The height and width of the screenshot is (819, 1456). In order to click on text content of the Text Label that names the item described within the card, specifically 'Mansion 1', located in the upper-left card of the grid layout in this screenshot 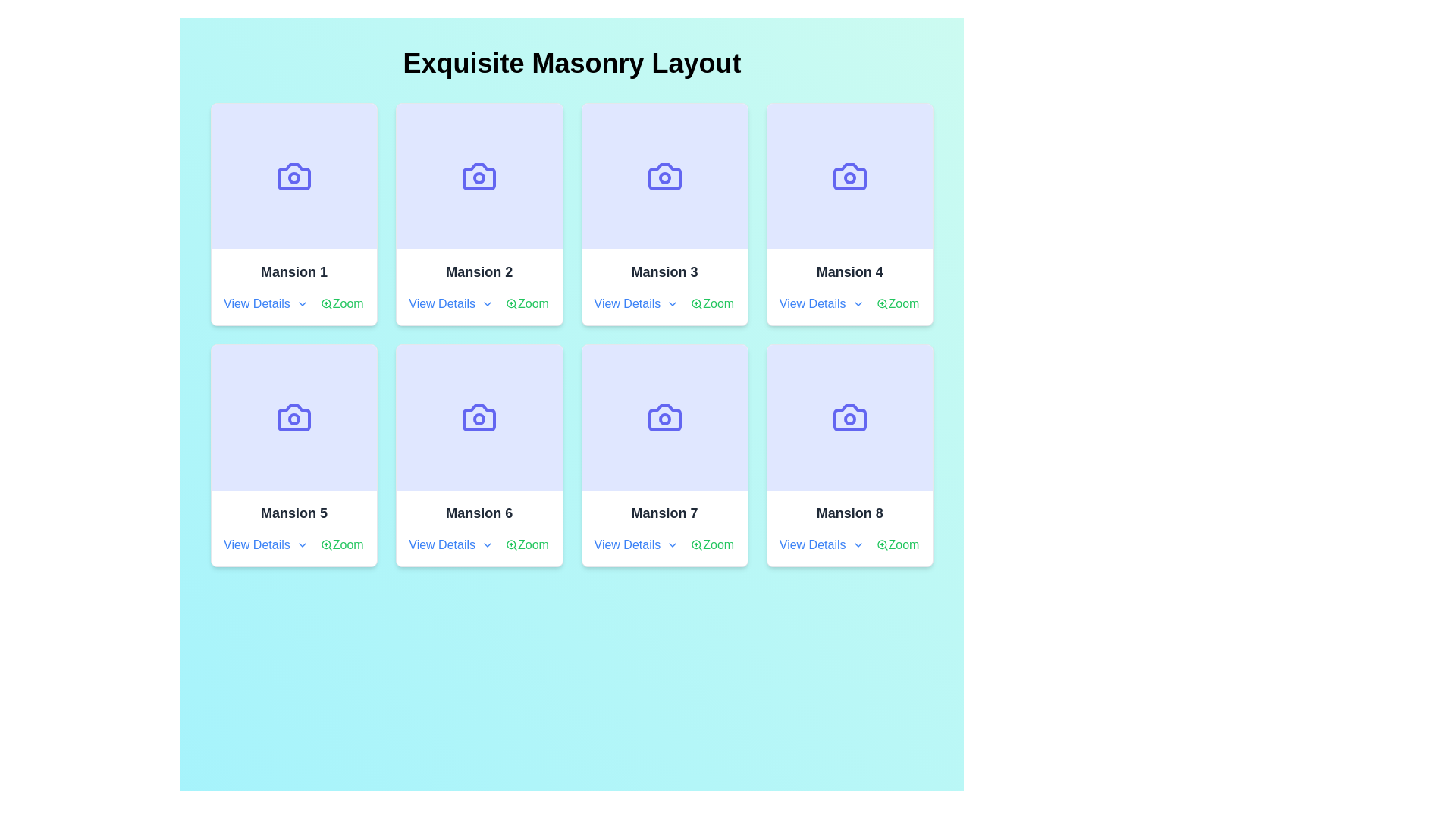, I will do `click(294, 271)`.